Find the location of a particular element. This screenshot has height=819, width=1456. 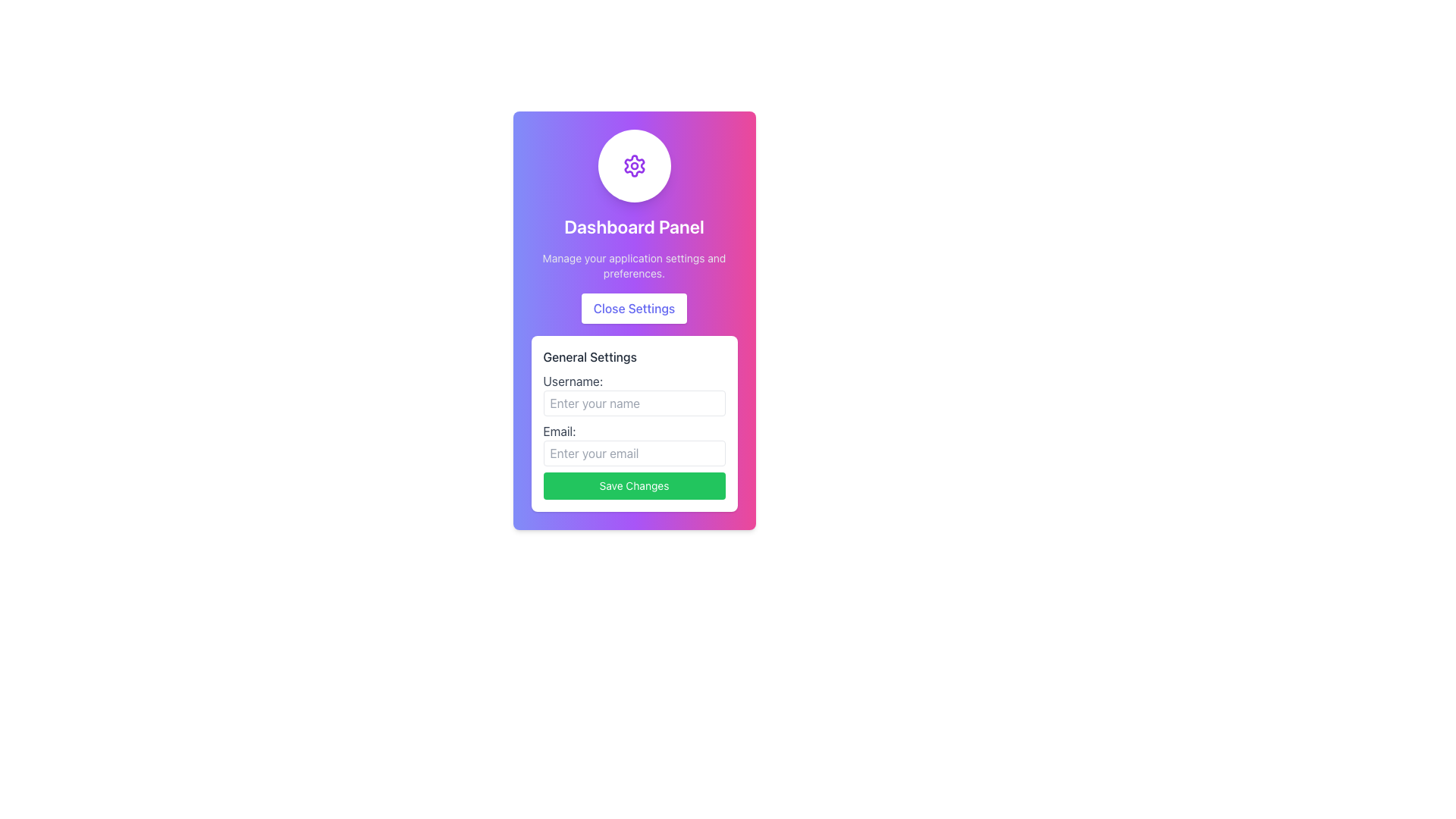

the close button located in the center of the settings panel, which is positioned beneath the text 'Manage your application settings and preferences.' is located at coordinates (634, 308).